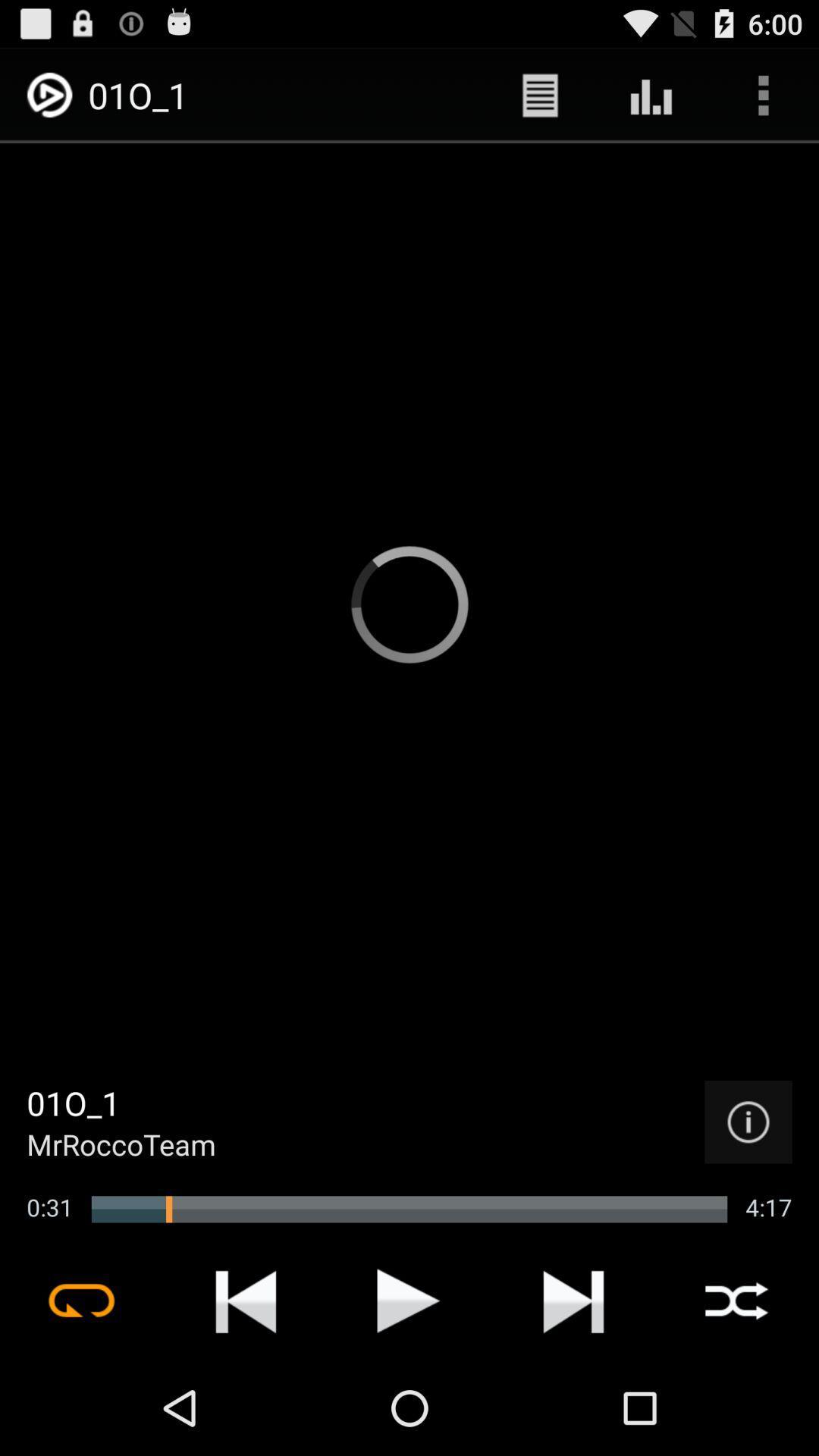 This screenshot has width=819, height=1456. Describe the element at coordinates (408, 1392) in the screenshot. I see `the send icon` at that location.